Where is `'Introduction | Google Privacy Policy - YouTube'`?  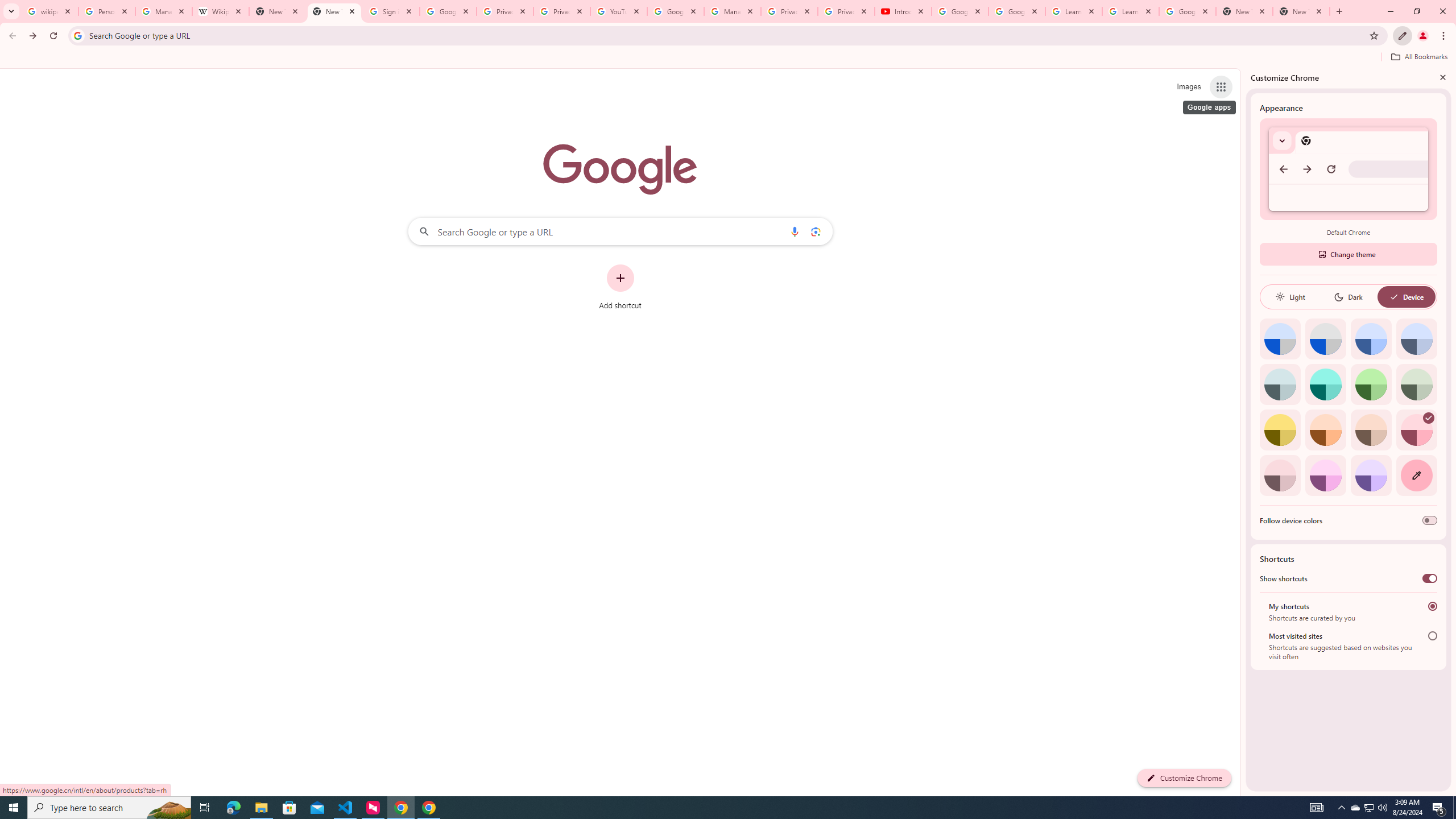
'Introduction | Google Privacy Policy - YouTube' is located at coordinates (902, 11).